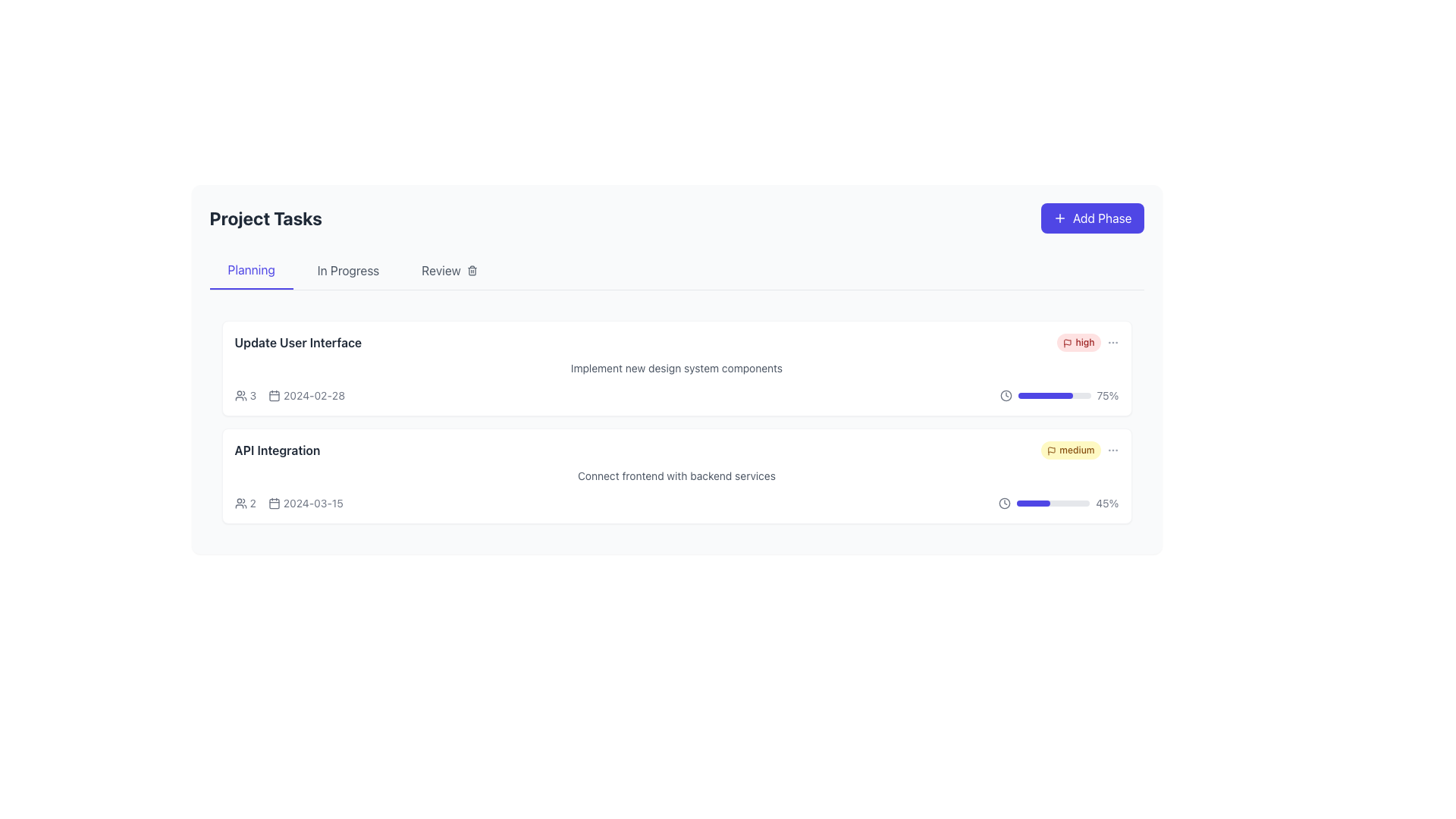 The image size is (1456, 819). What do you see at coordinates (1112, 342) in the screenshot?
I see `the button or trigger icon located within the 'Update User Interface' task card, to the right of the red 'high' priority label` at bounding box center [1112, 342].